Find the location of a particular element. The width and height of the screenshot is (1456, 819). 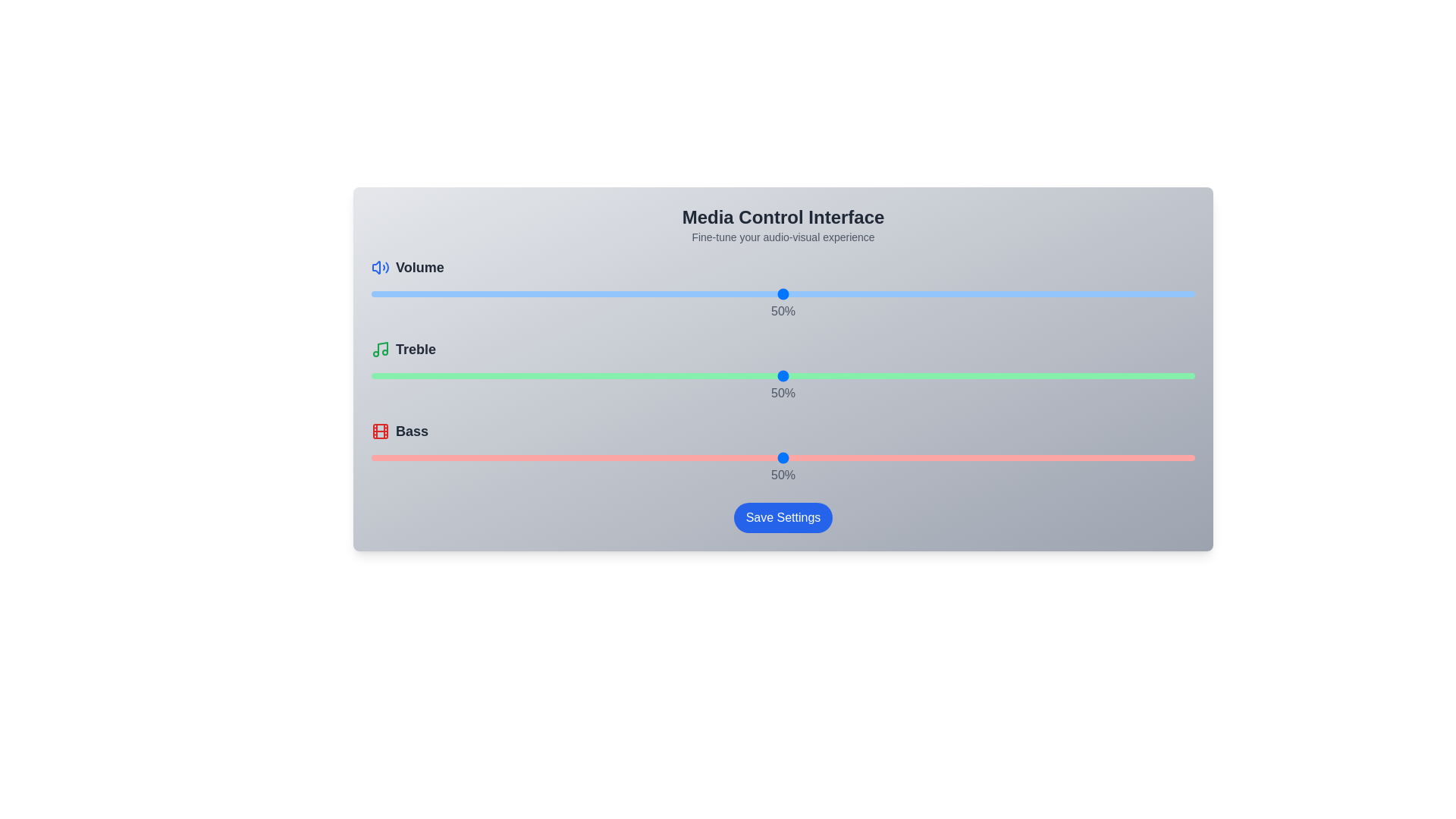

bass level is located at coordinates (1129, 457).